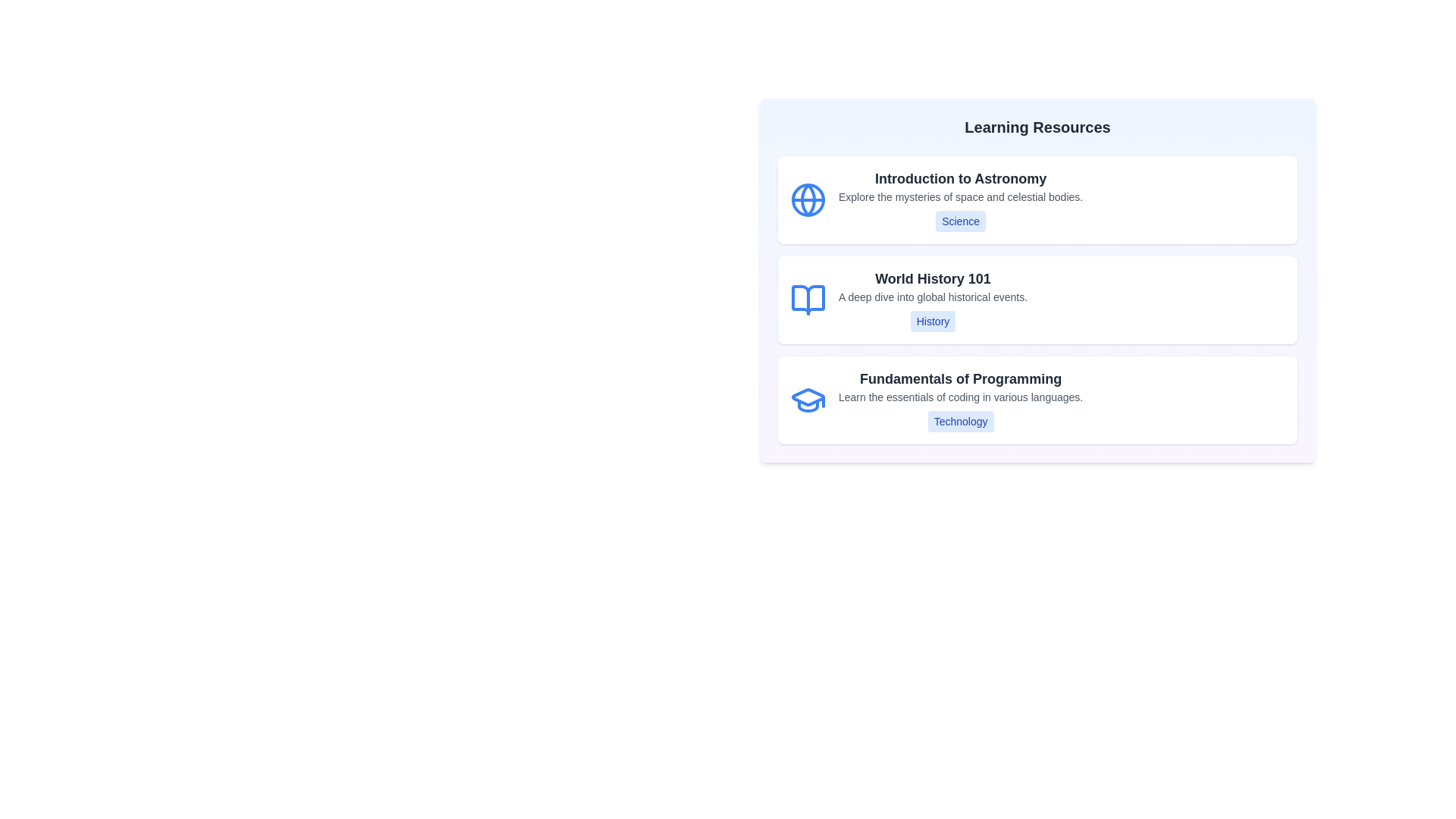 This screenshot has width=1456, height=819. What do you see at coordinates (1037, 199) in the screenshot?
I see `the resource item labeled 'Introduction to Astronomy' to observe the hover effect` at bounding box center [1037, 199].